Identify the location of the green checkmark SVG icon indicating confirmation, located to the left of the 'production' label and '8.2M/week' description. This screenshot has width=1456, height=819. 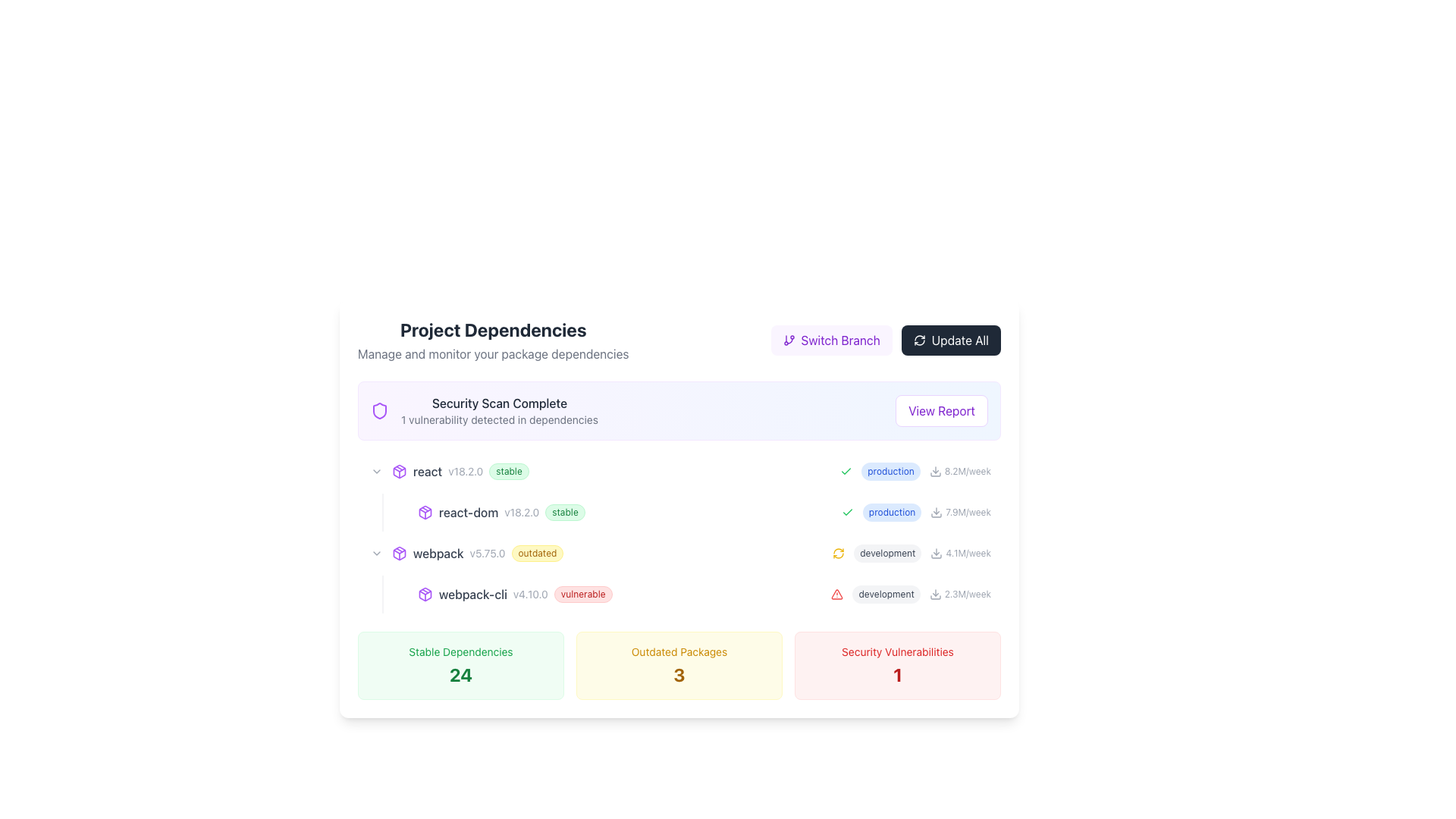
(846, 470).